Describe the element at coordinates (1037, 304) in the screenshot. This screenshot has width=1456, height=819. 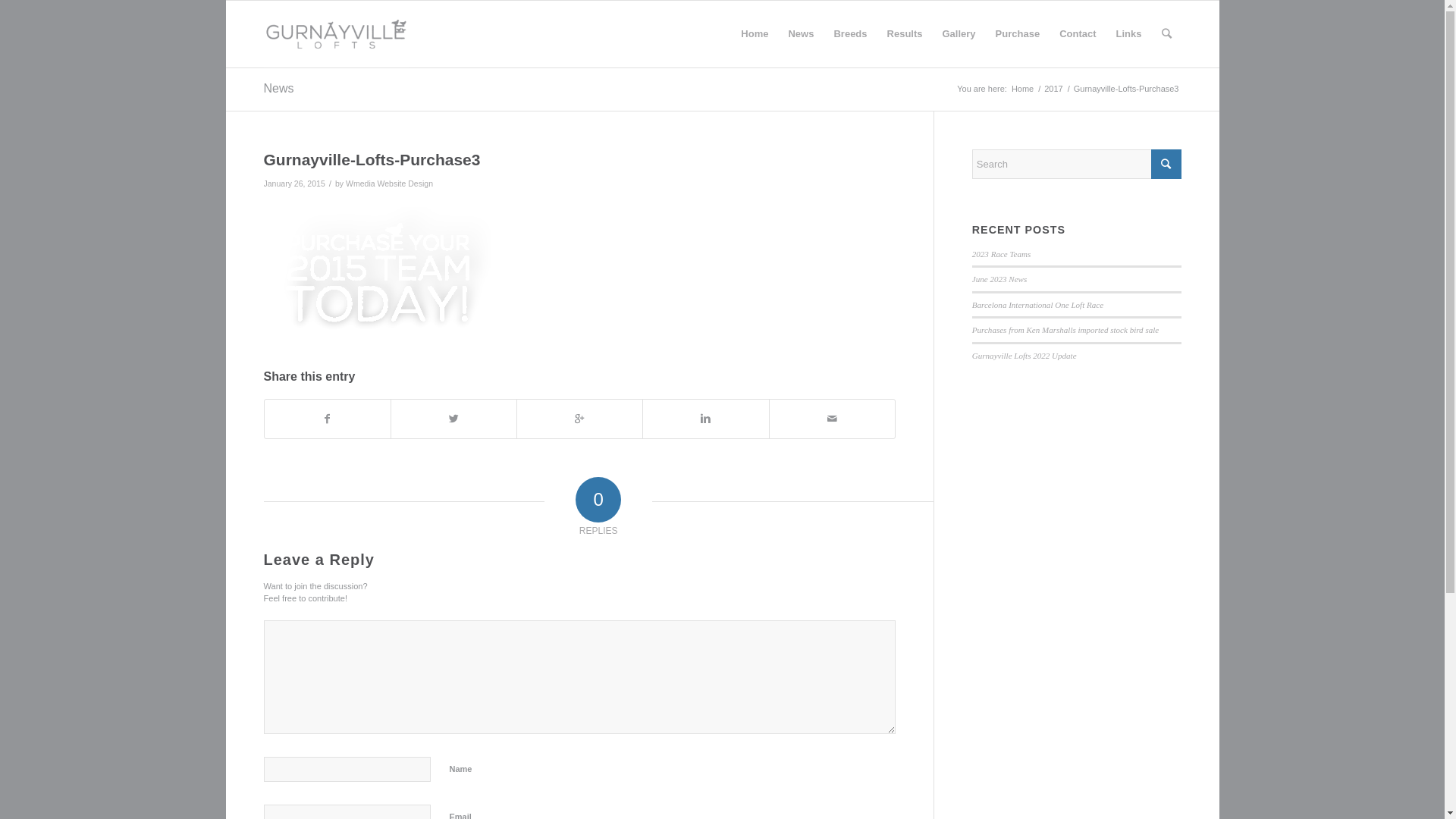
I see `'Barcelona International One Loft Race'` at that location.